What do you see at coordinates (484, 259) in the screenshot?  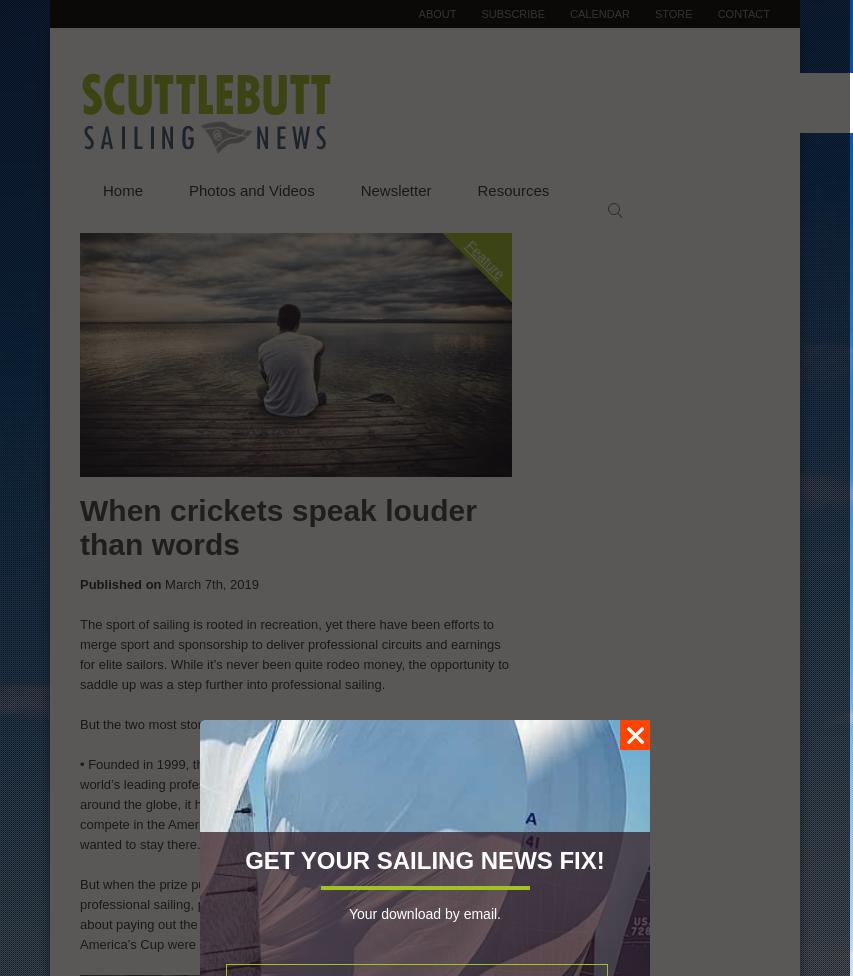 I see `'Feature'` at bounding box center [484, 259].